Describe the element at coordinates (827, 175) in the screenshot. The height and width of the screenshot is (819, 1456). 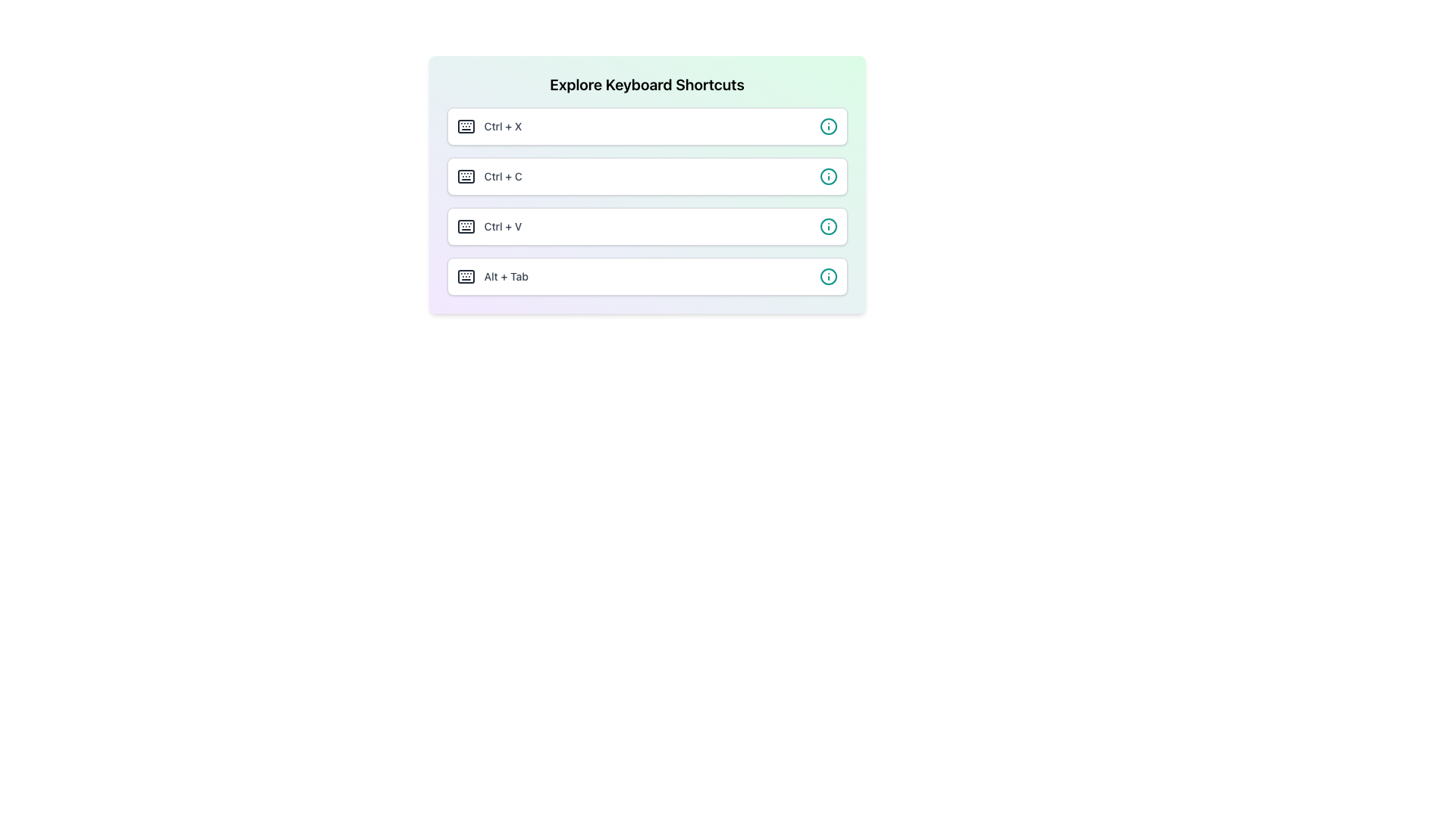
I see `the circular information icon` at that location.